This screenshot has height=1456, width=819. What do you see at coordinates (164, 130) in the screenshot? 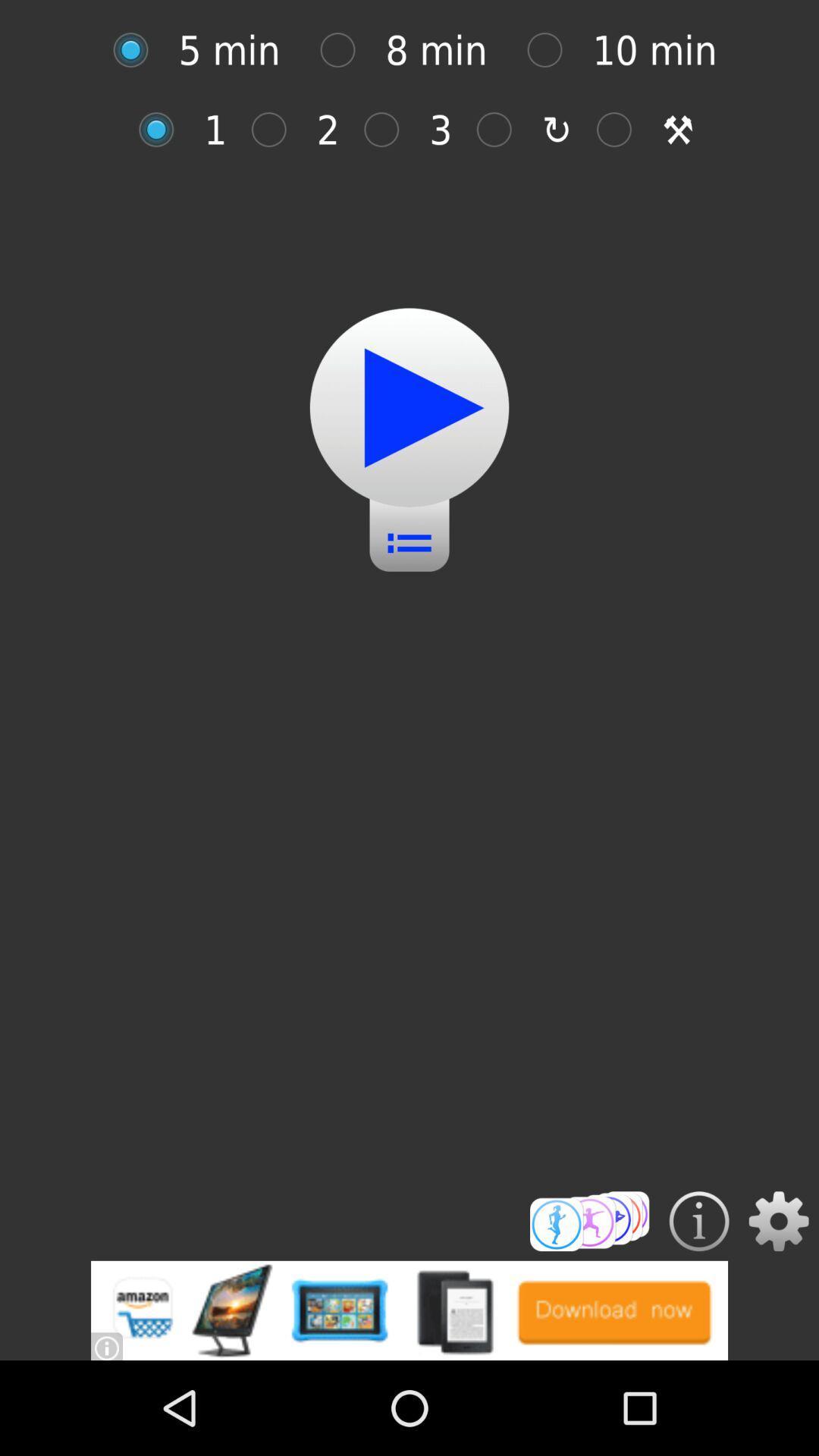
I see `selection 1` at bounding box center [164, 130].